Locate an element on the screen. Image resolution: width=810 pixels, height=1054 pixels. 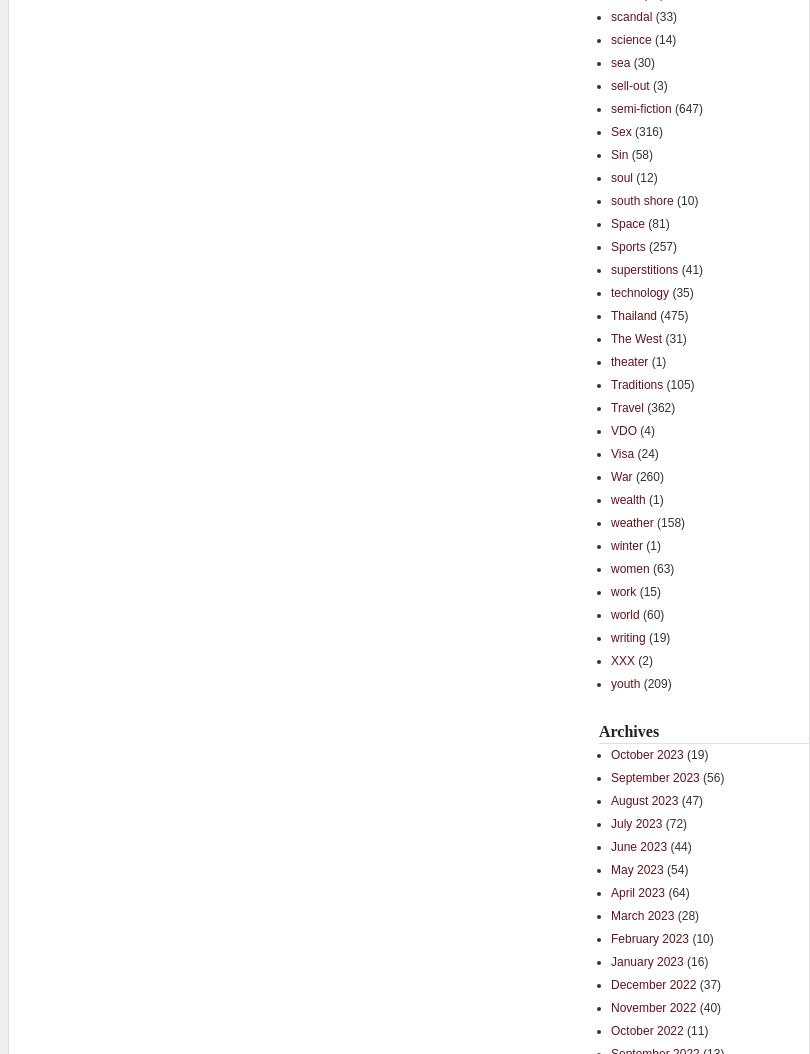
'scandal' is located at coordinates (630, 16).